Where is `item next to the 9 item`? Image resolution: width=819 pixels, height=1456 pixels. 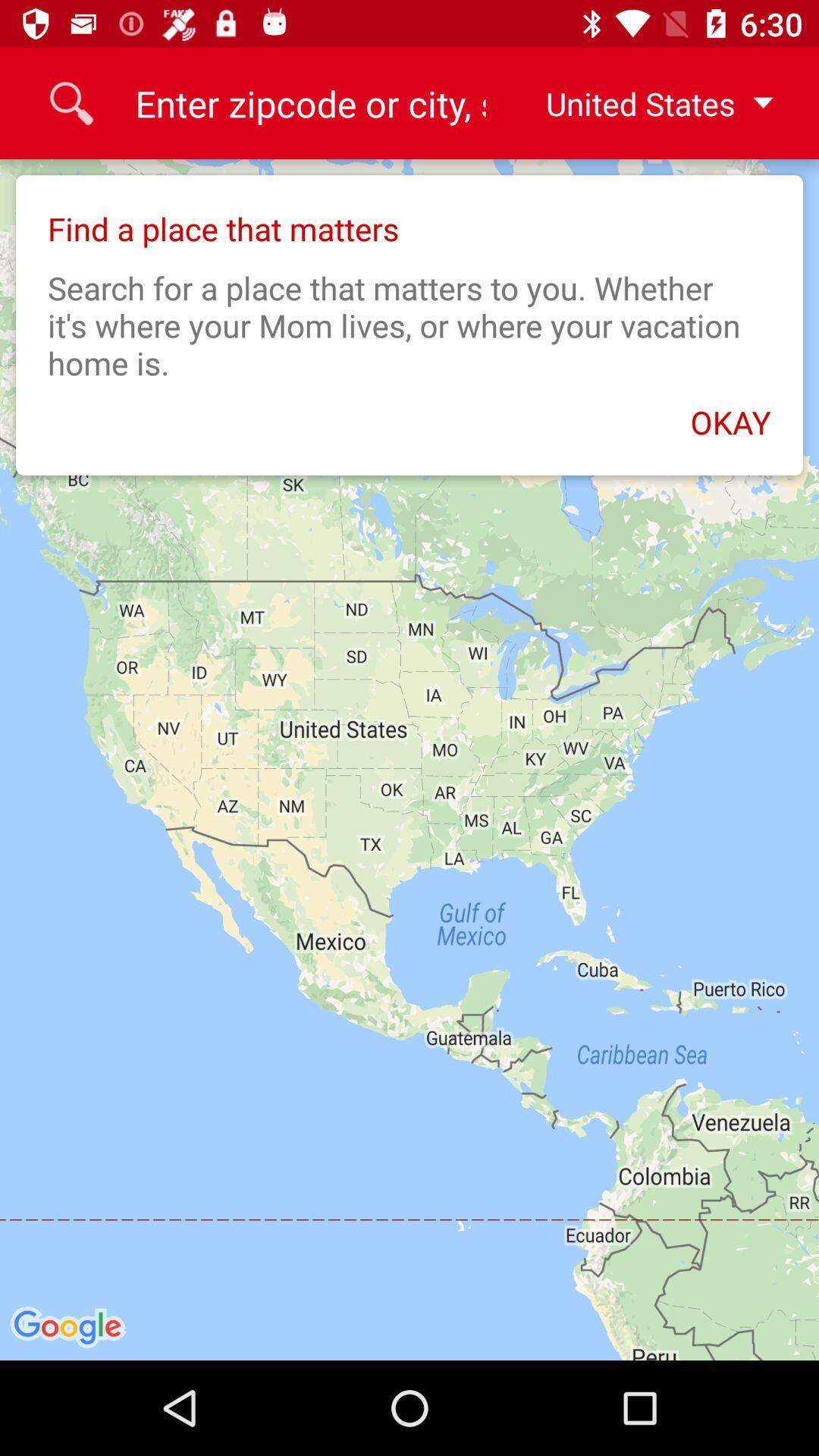 item next to the 9 item is located at coordinates (647, 102).